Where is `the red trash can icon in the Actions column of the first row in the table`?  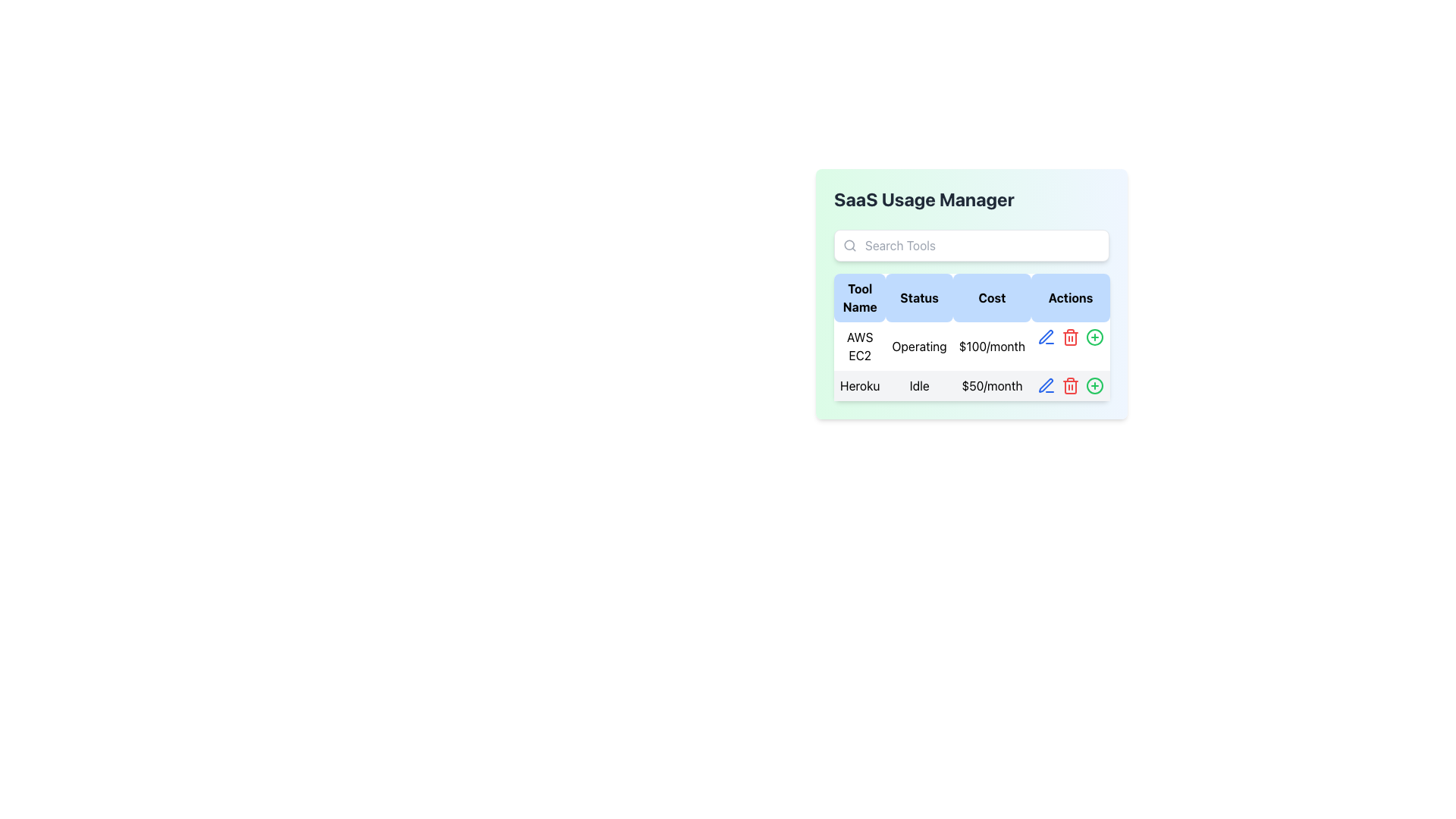 the red trash can icon in the Actions column of the first row in the table is located at coordinates (1069, 336).